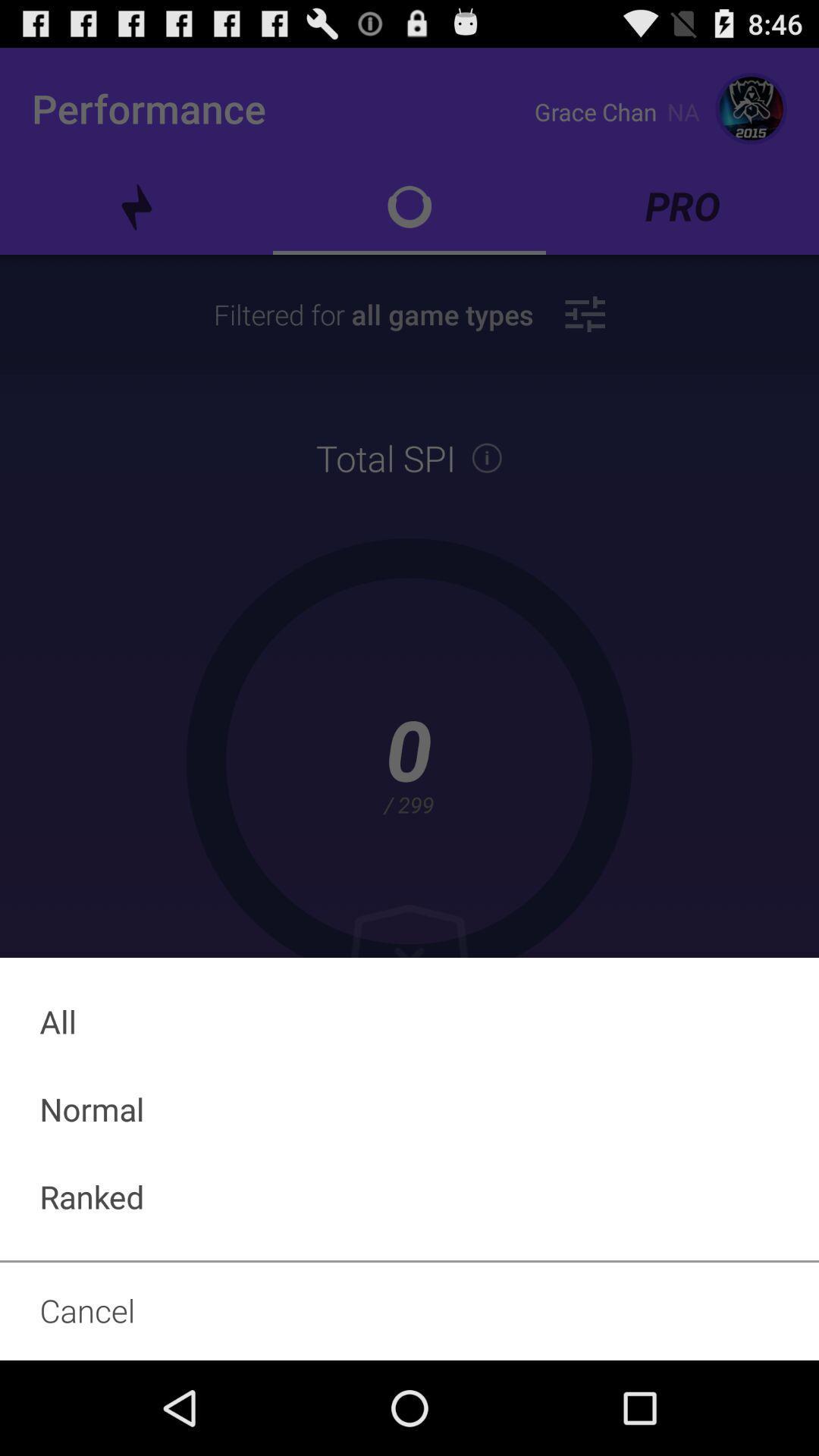  I want to click on cancel icon, so click(409, 1310).